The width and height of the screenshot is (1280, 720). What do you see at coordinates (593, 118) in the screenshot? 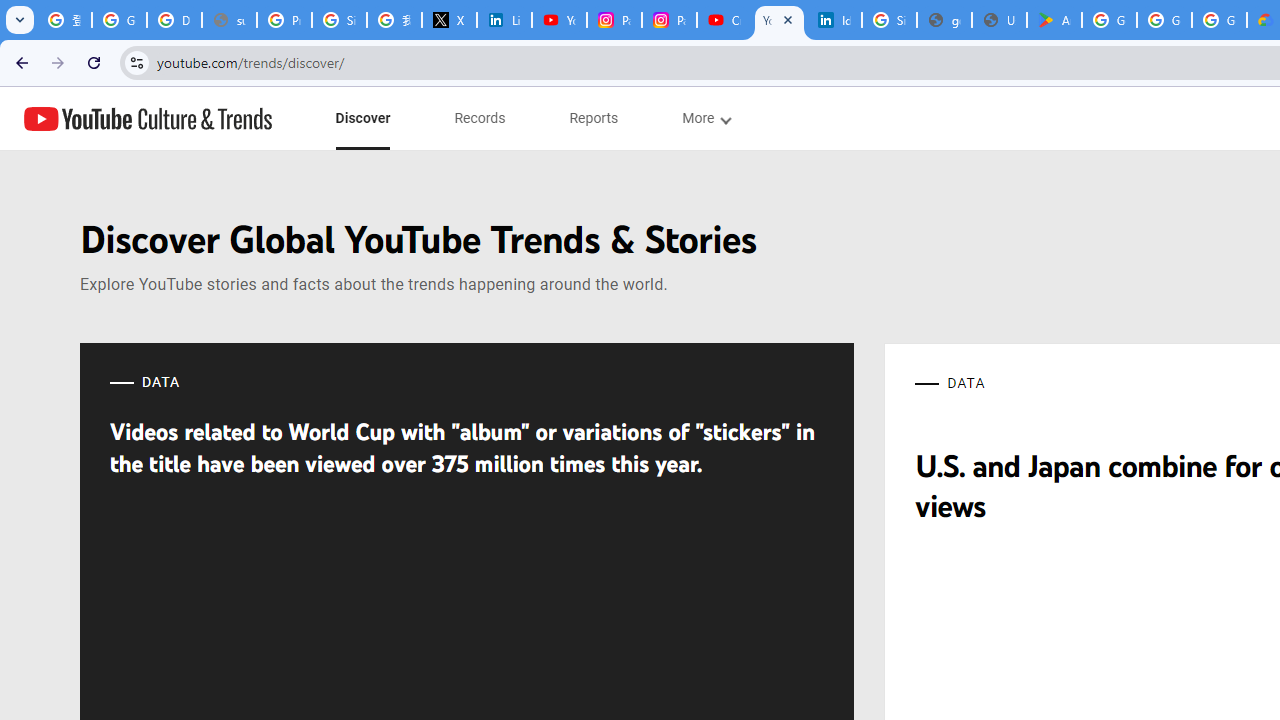
I see `'subnav-Reports menupopup'` at bounding box center [593, 118].